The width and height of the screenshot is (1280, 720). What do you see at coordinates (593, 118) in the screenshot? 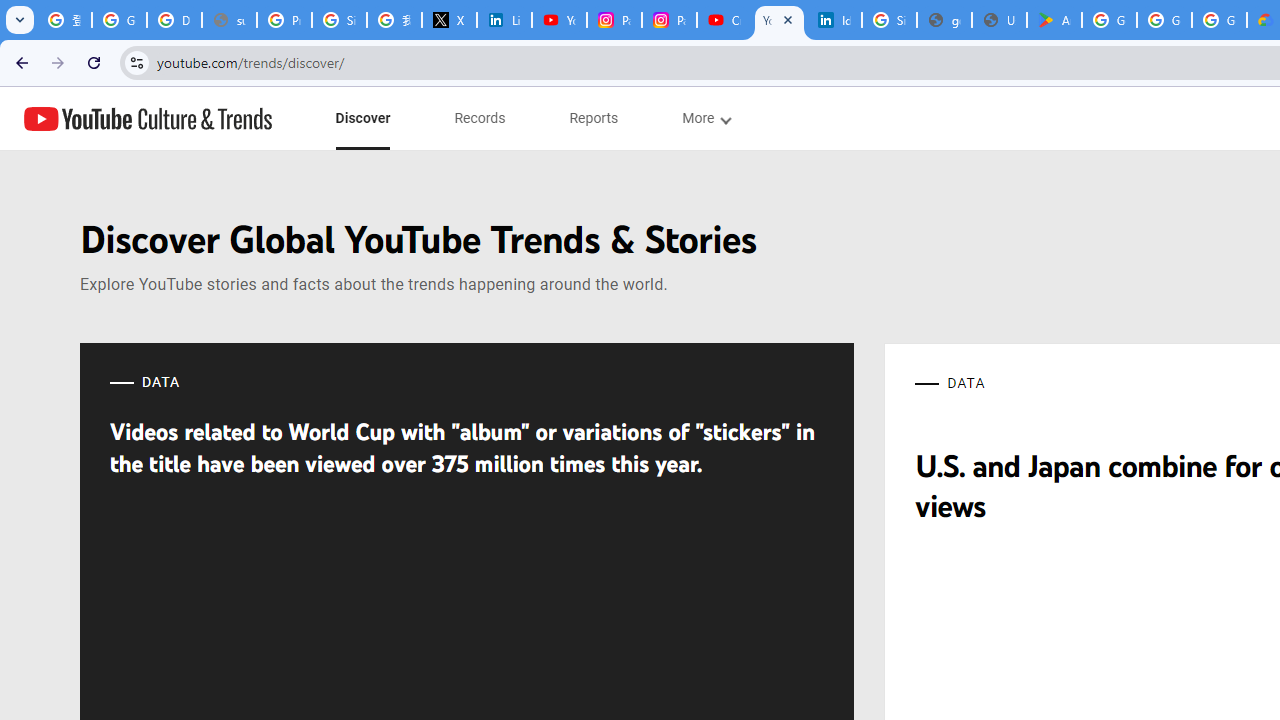
I see `'subnav-Reports menupopup'` at bounding box center [593, 118].